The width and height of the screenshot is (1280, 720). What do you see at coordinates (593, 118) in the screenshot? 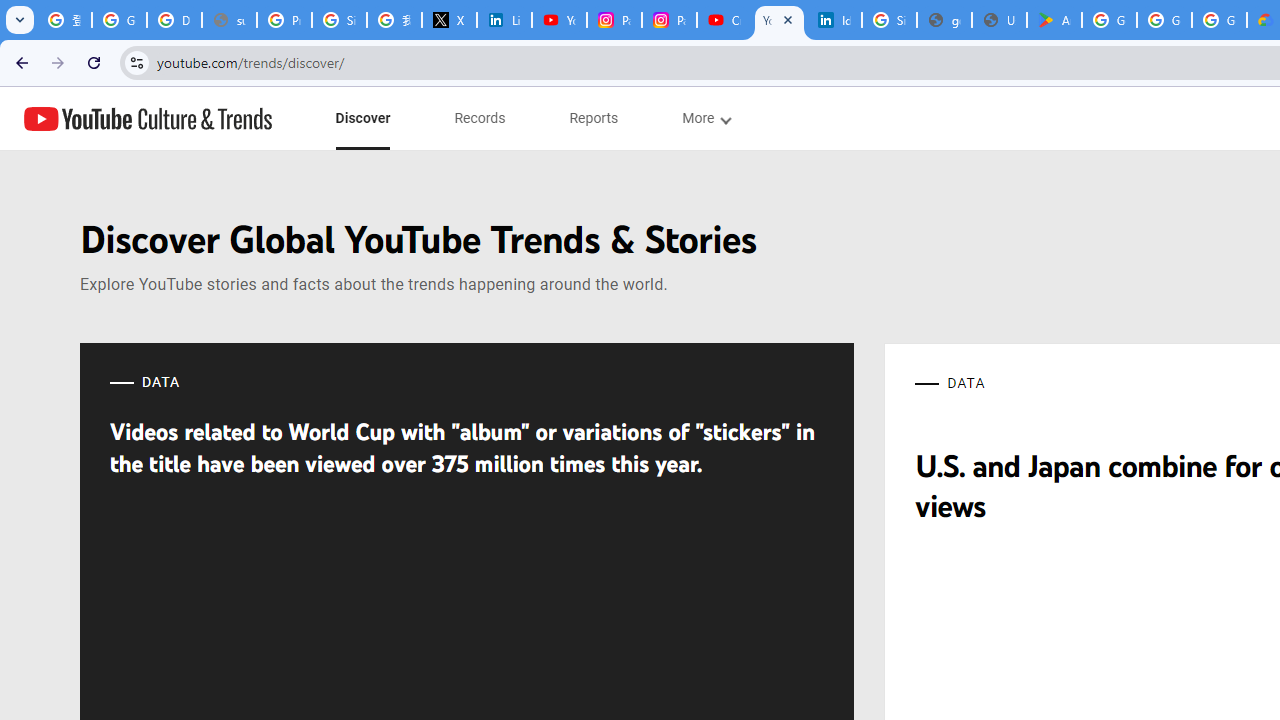
I see `'subnav-Reports menupopup'` at bounding box center [593, 118].